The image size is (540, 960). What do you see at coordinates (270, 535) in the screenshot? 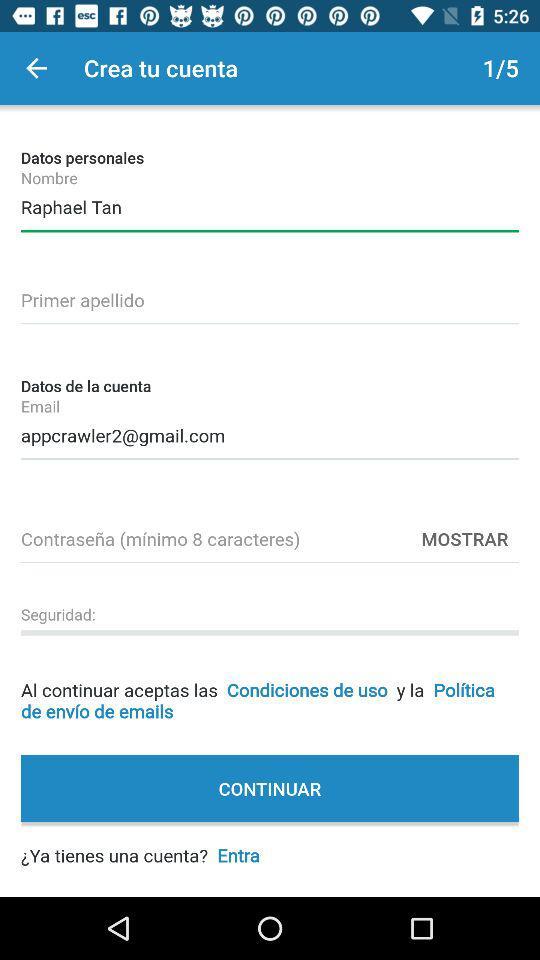
I see `your password with at least eight characters` at bounding box center [270, 535].